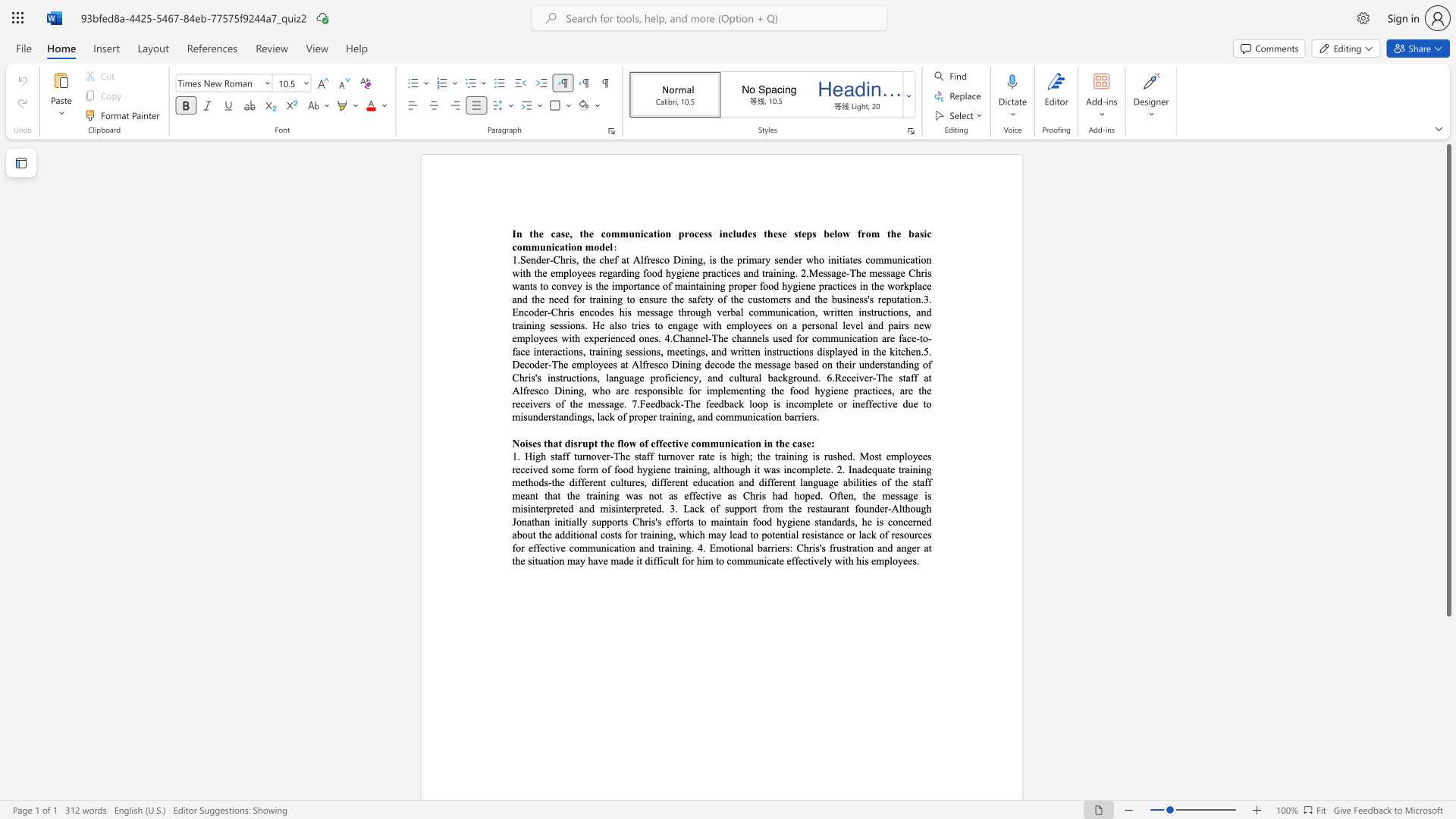 Image resolution: width=1456 pixels, height=819 pixels. Describe the element at coordinates (918, 259) in the screenshot. I see `the 2th character "i" in the text` at that location.